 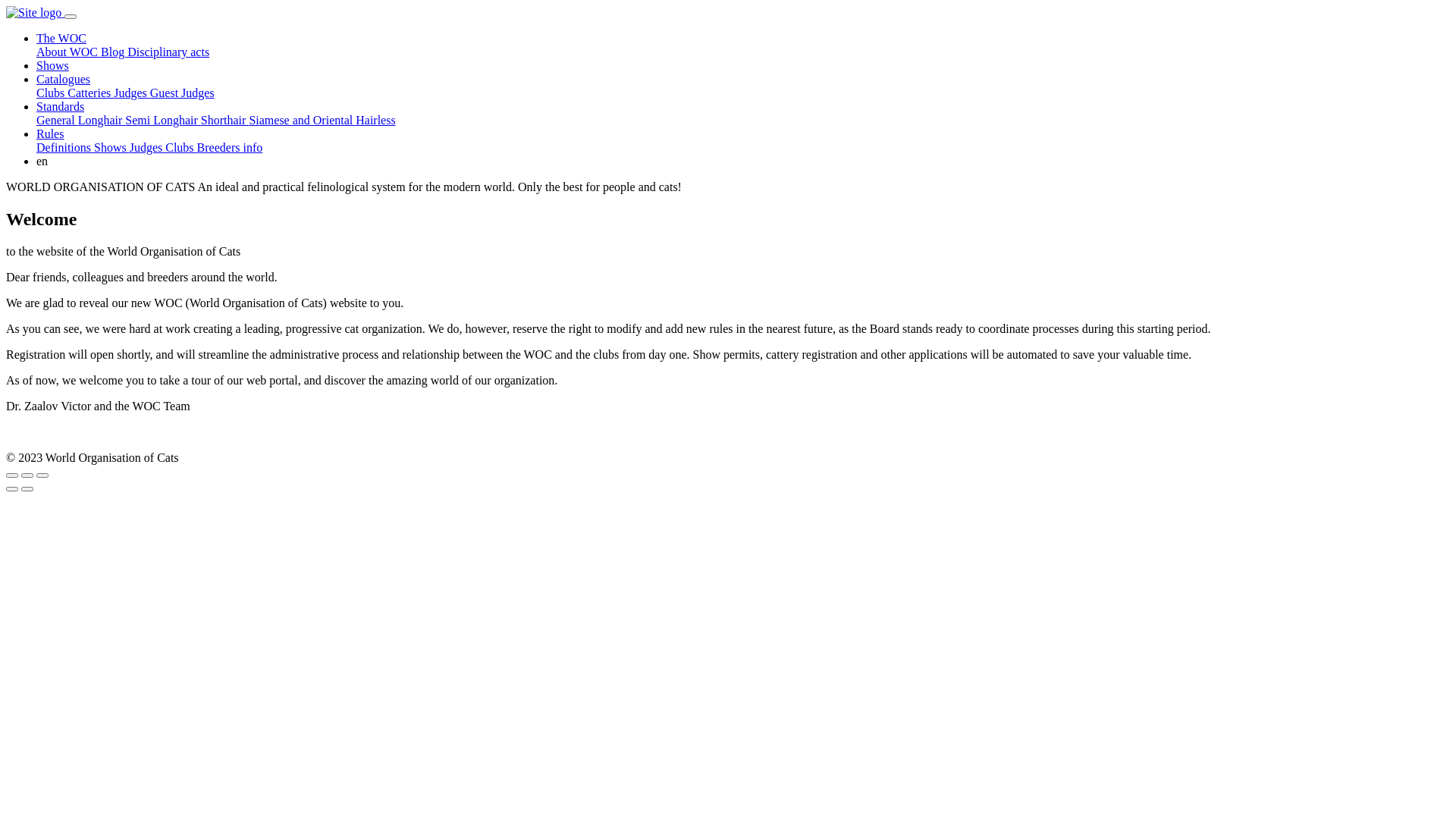 I want to click on 'Shows', so click(x=52, y=64).